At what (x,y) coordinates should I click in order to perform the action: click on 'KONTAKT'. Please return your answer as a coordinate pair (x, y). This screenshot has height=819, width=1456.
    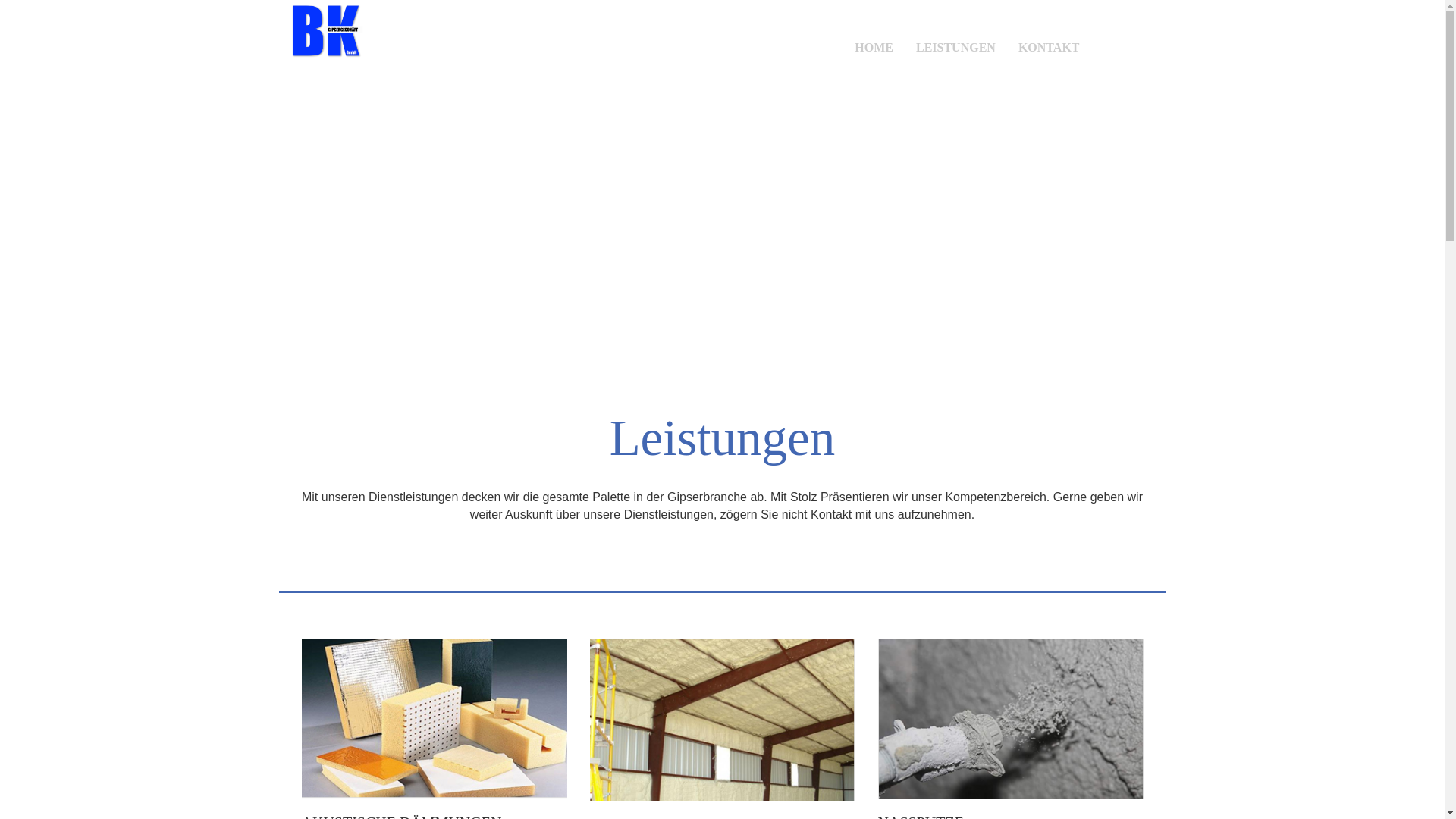
    Looking at the image, I should click on (1048, 39).